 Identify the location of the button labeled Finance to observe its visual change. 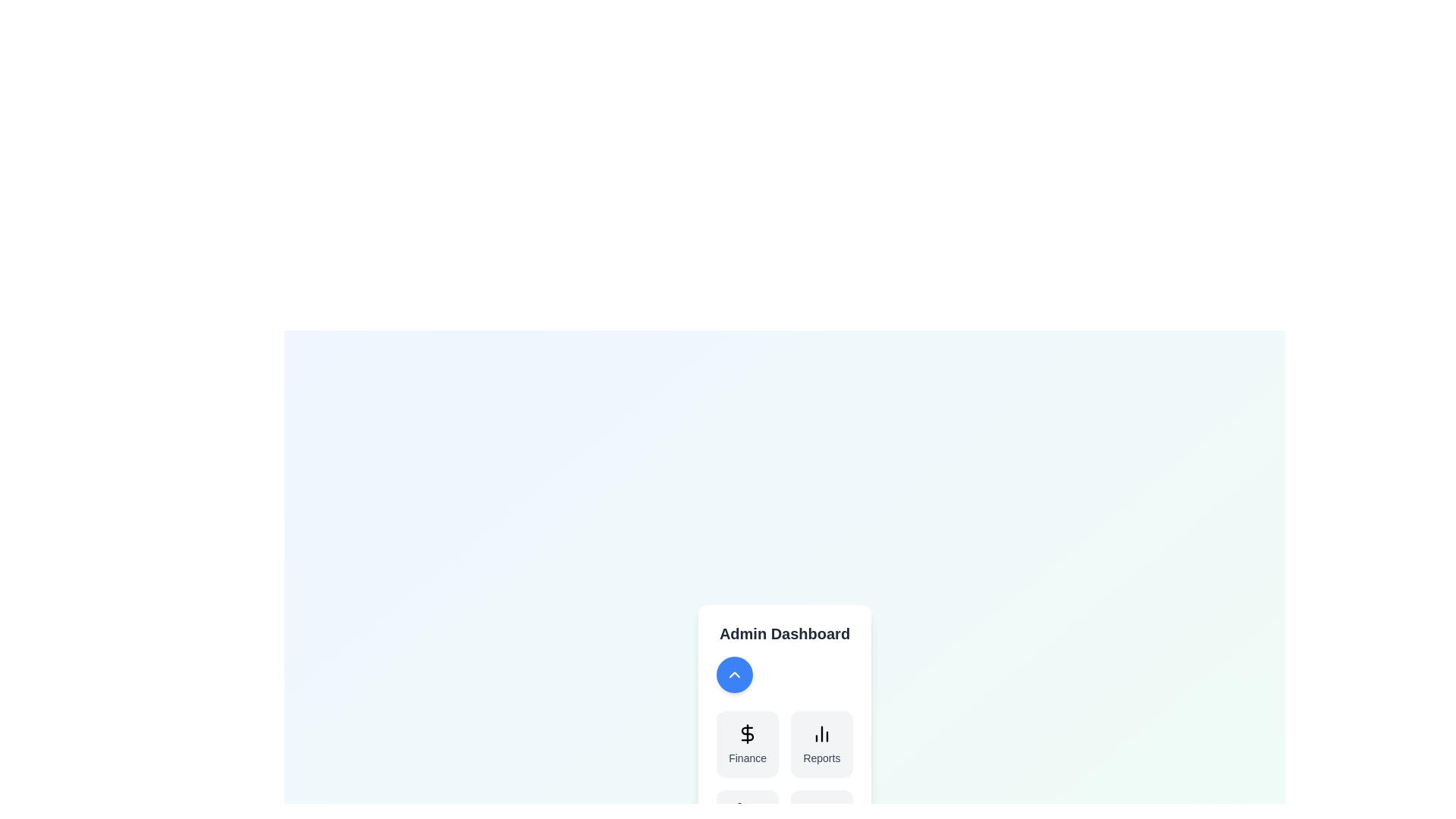
(748, 744).